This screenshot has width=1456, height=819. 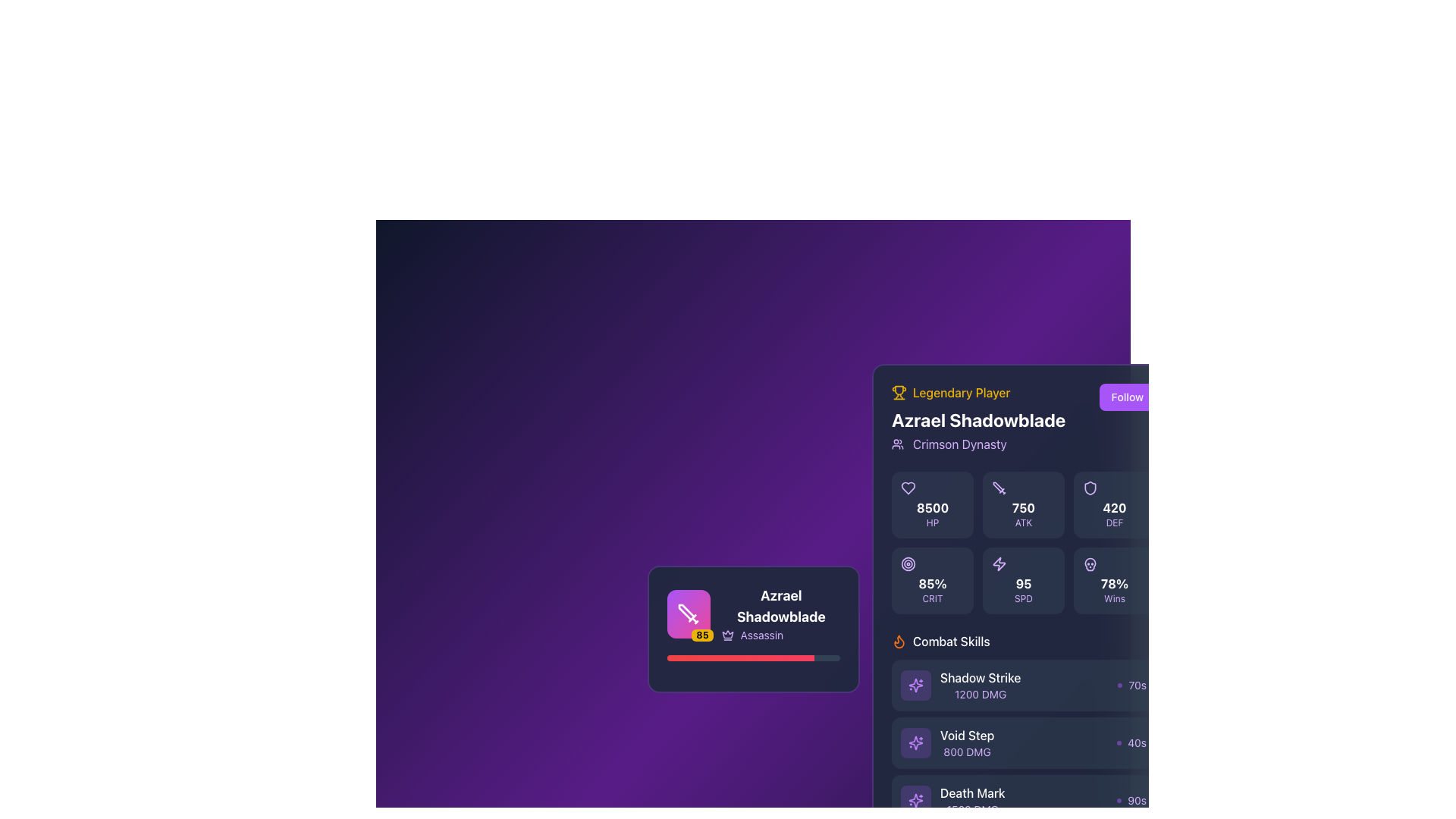 What do you see at coordinates (978, 444) in the screenshot?
I see `the Text Label with Icon displaying 'Crimson Dynasty', which is styled in purple and located below 'Azrael Shadowblade'` at bounding box center [978, 444].